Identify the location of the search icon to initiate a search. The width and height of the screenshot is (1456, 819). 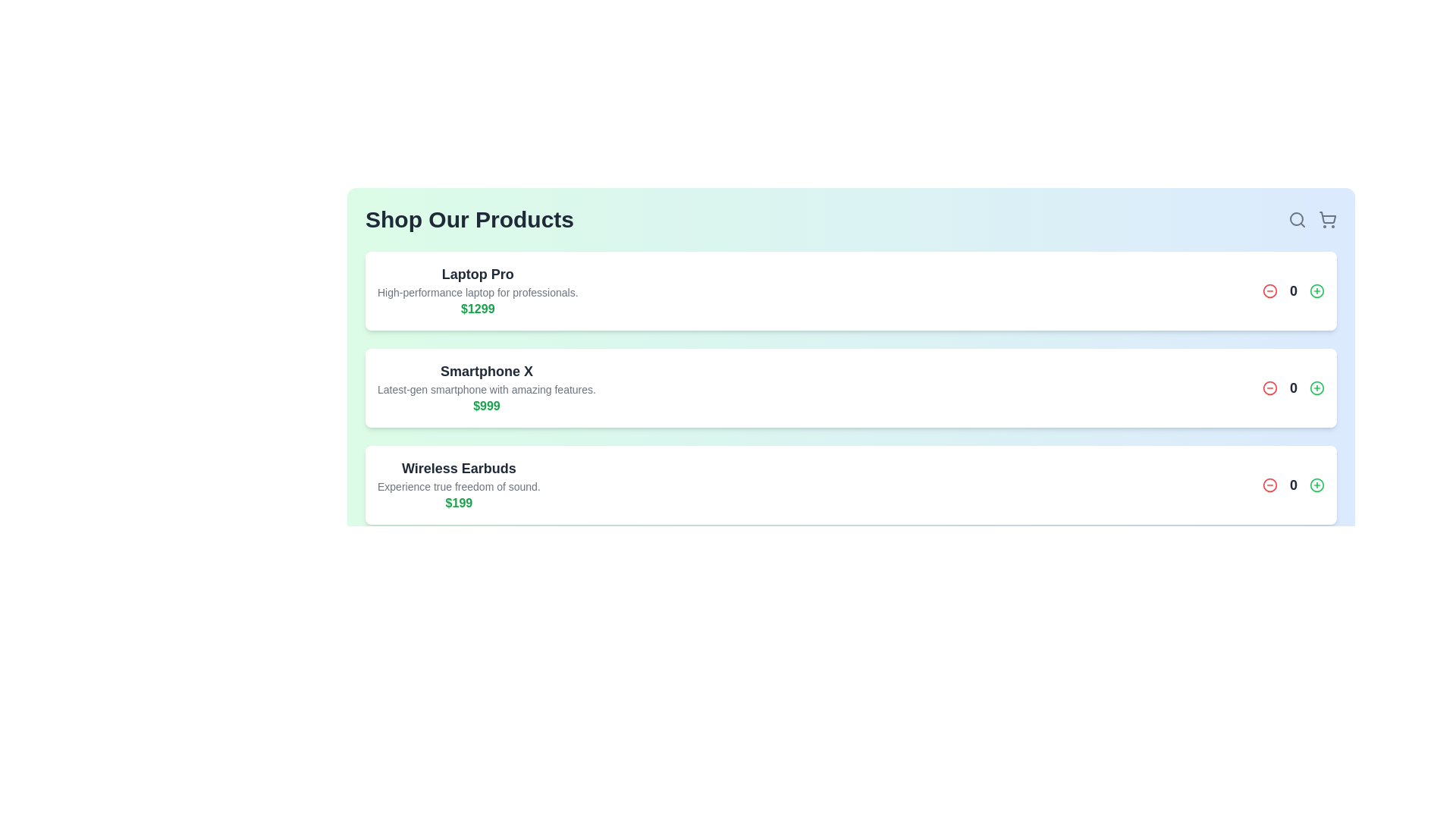
(1296, 219).